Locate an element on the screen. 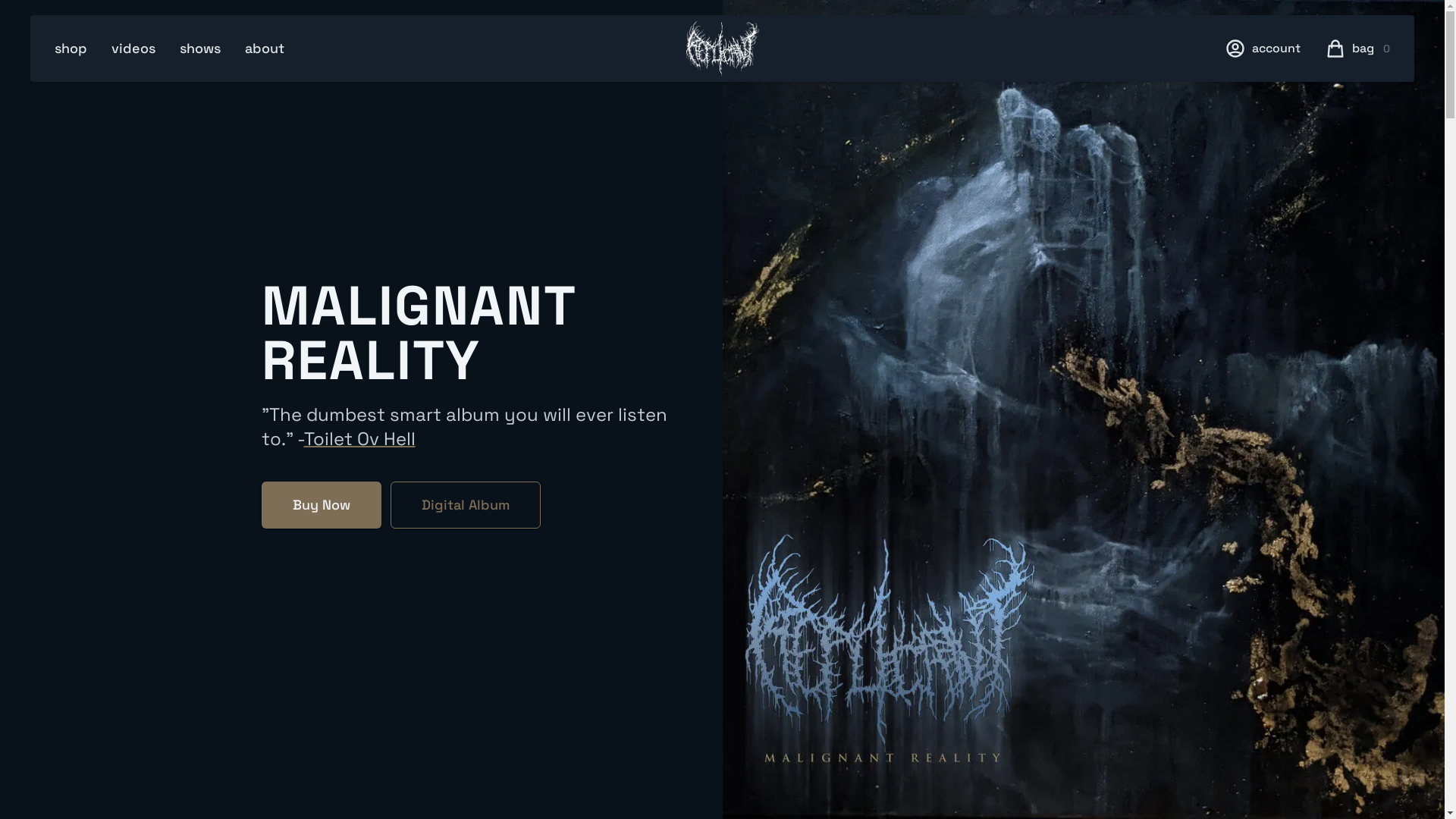  'Digital Album' is located at coordinates (464, 505).